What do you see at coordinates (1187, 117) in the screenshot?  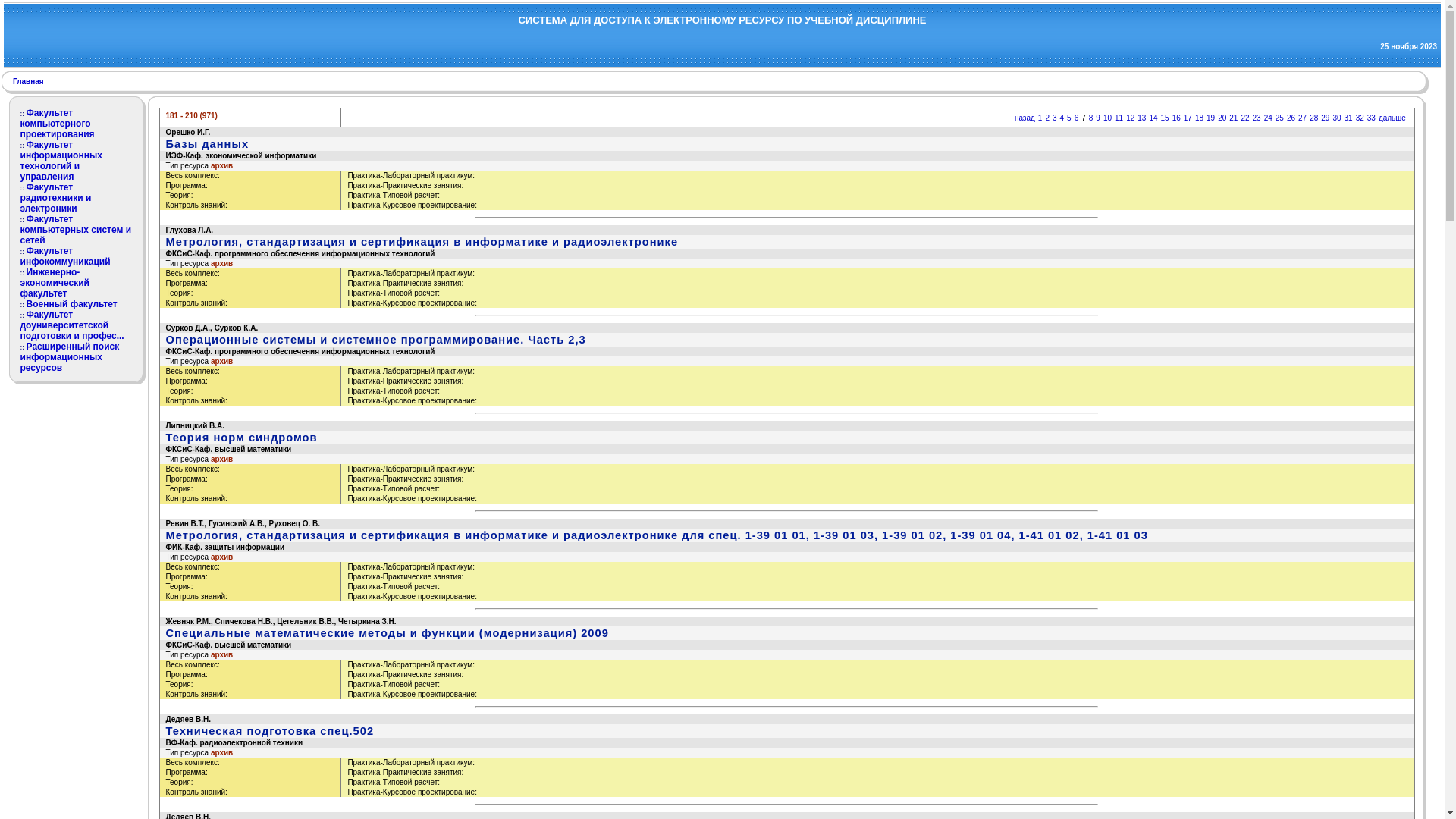 I see `'17'` at bounding box center [1187, 117].